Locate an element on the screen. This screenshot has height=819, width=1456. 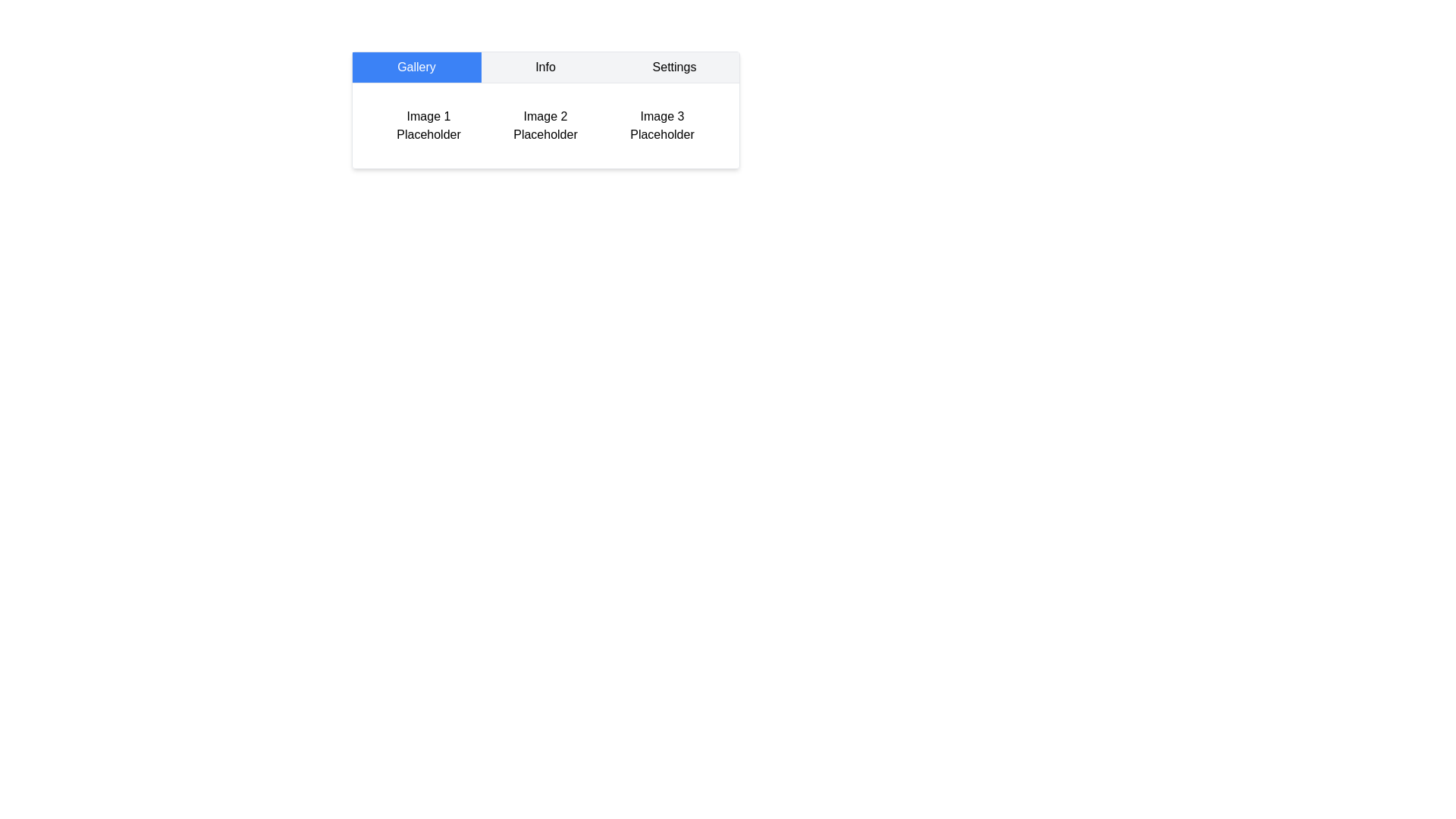
the Settings tab by clicking its button is located at coordinates (673, 66).